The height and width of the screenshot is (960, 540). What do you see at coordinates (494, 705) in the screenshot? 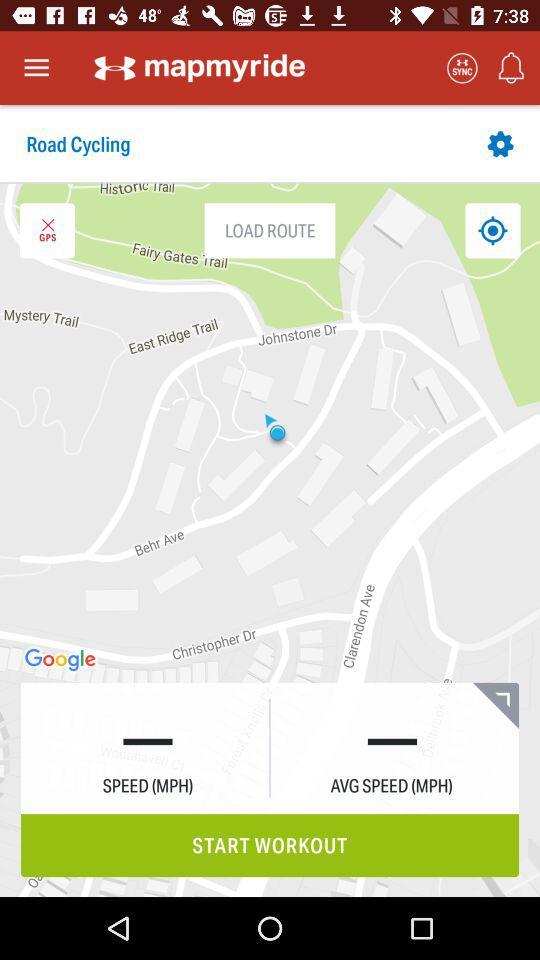
I see `the bookmark icon` at bounding box center [494, 705].